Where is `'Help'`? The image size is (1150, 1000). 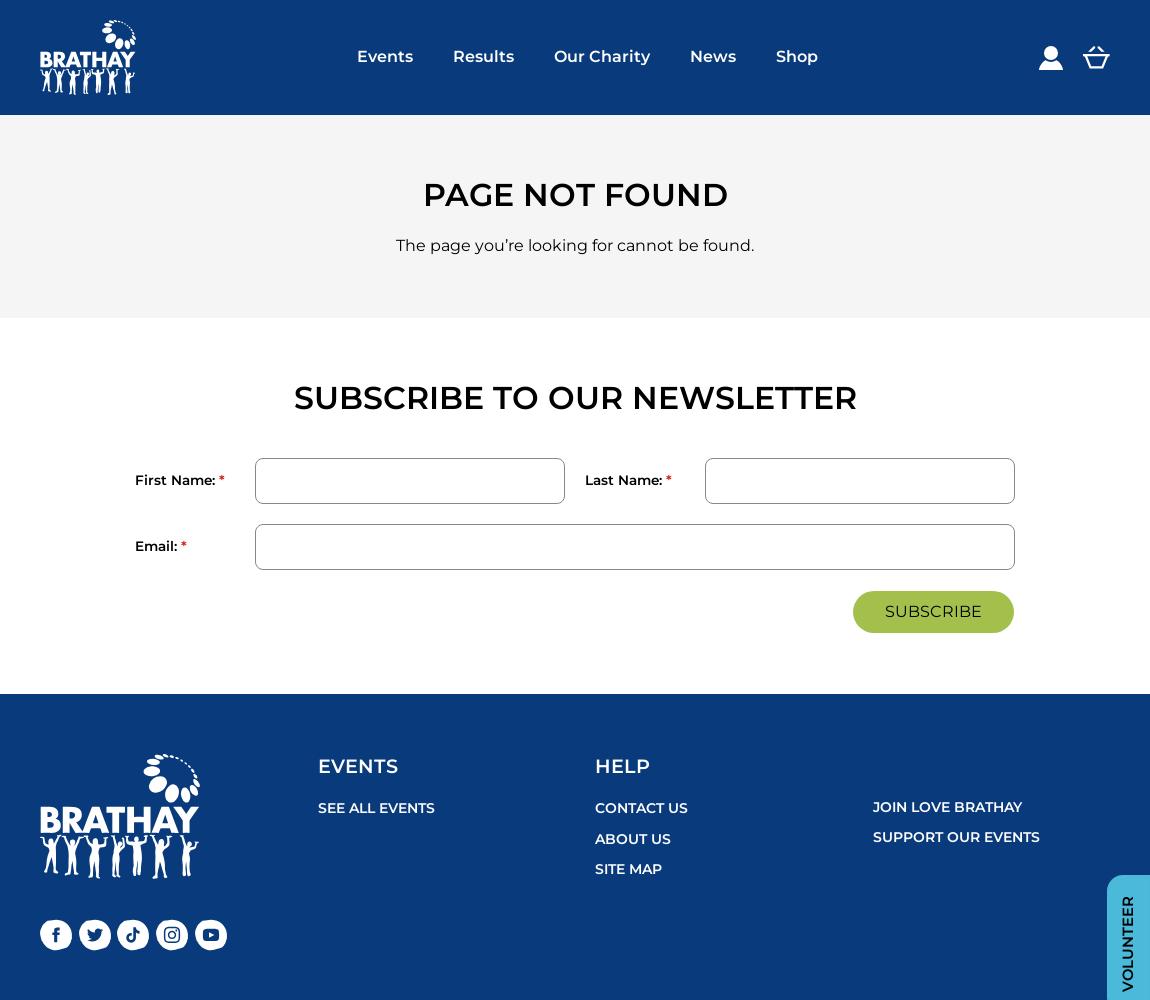
'Help' is located at coordinates (594, 766).